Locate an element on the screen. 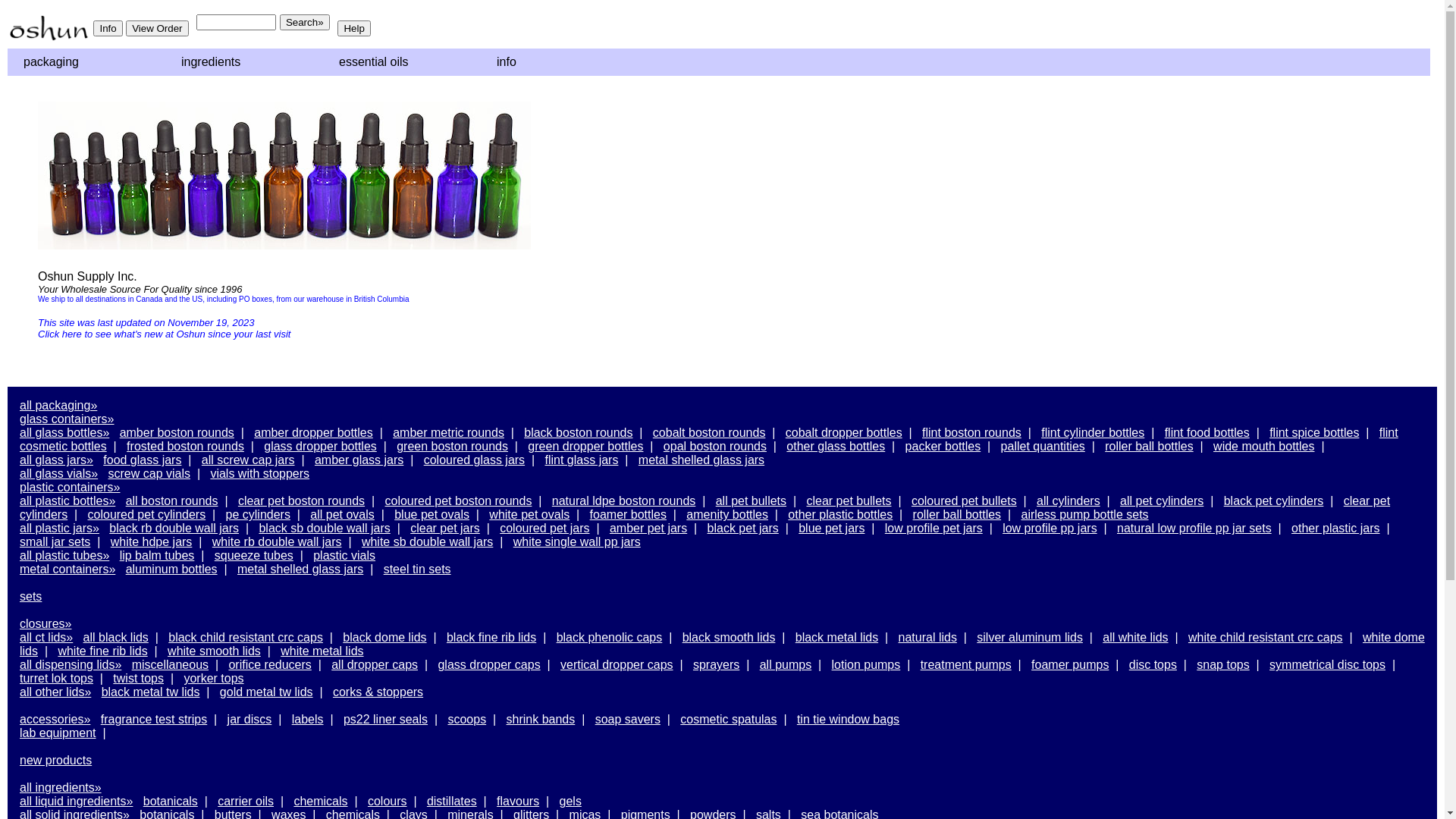 This screenshot has width=1456, height=819. 'all cylinders' is located at coordinates (1068, 500).